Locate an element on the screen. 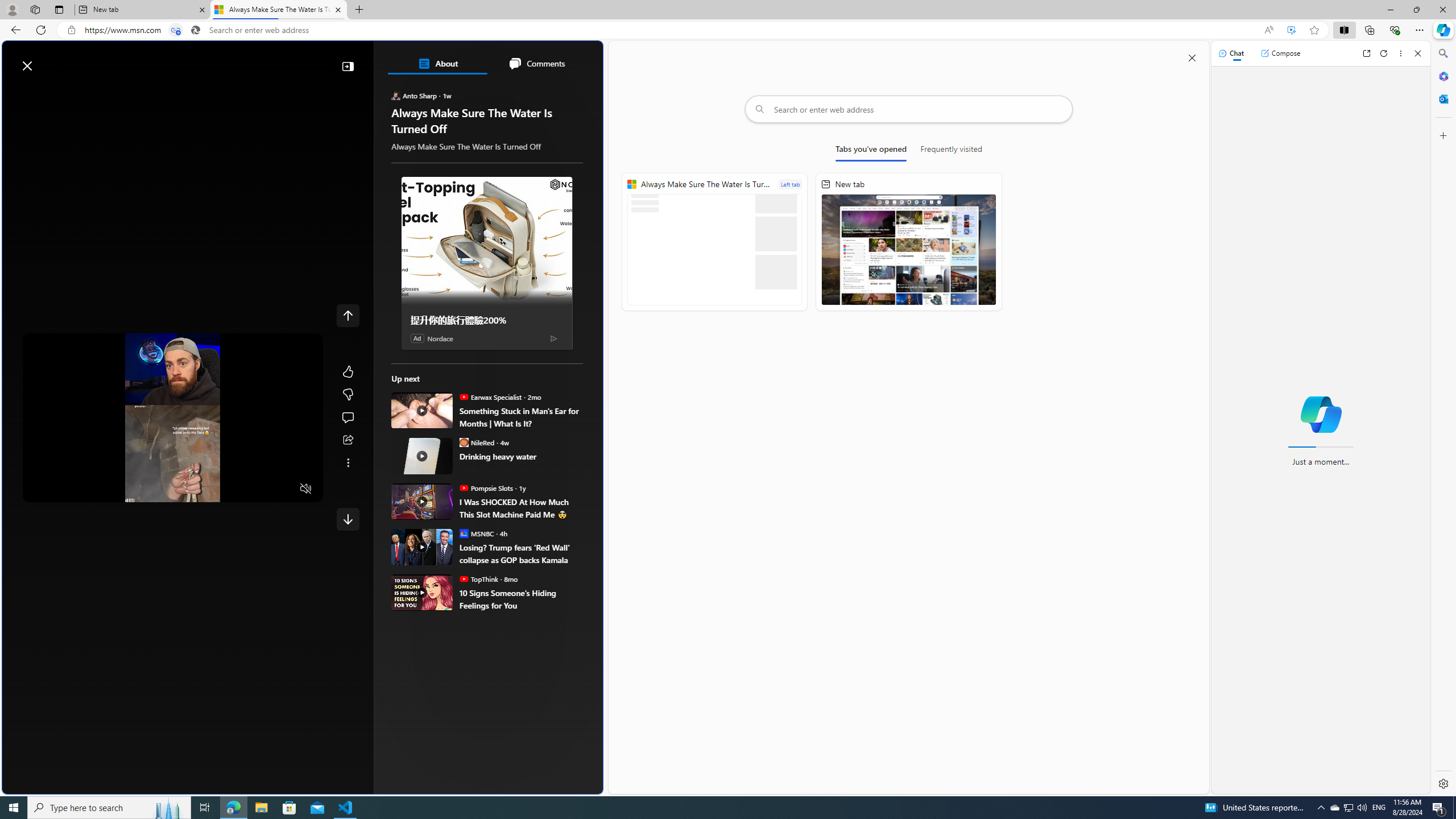 The height and width of the screenshot is (819, 1456). 'Search or enter web address' is located at coordinates (908, 109).